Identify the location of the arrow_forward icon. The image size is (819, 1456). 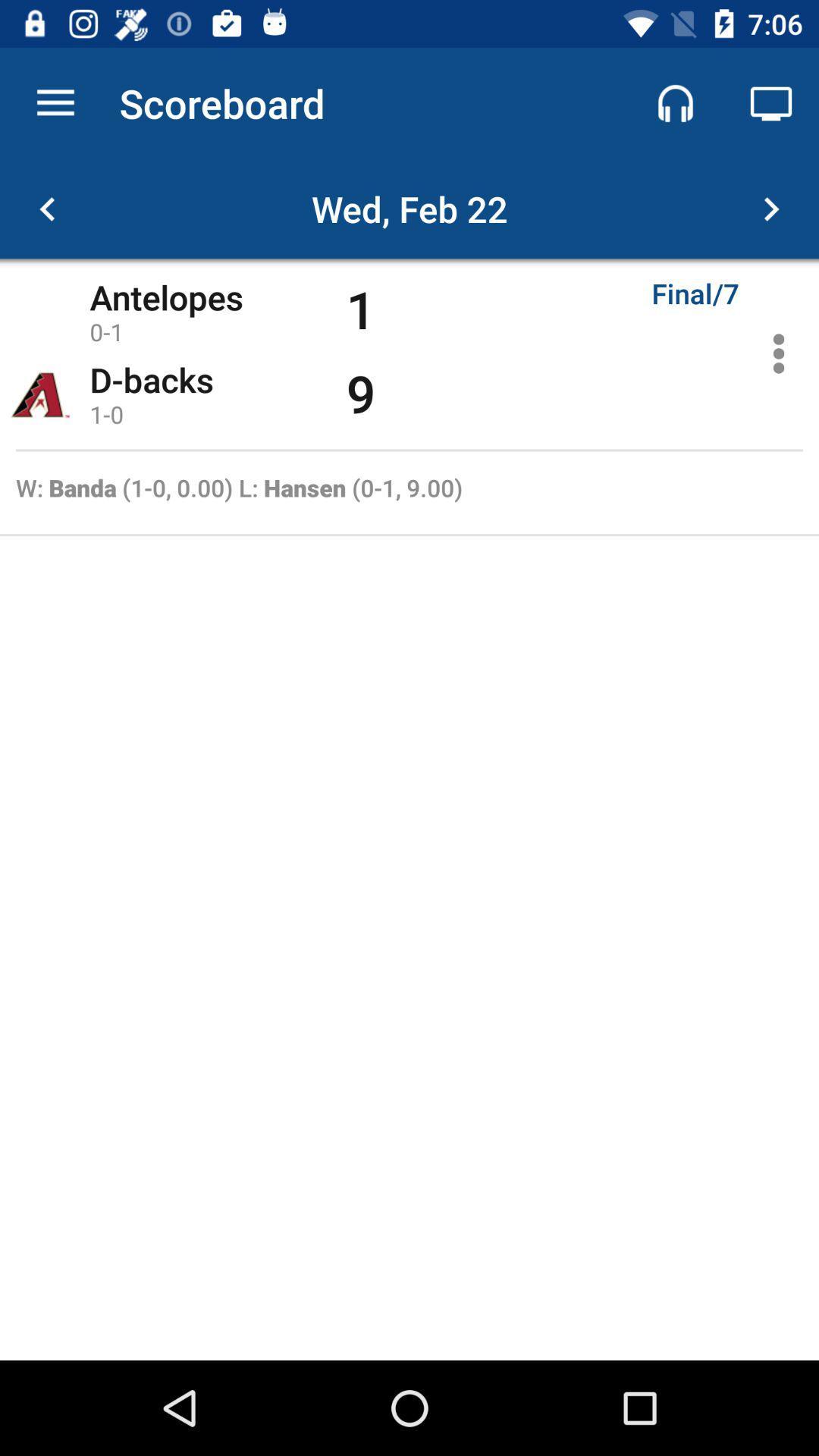
(771, 208).